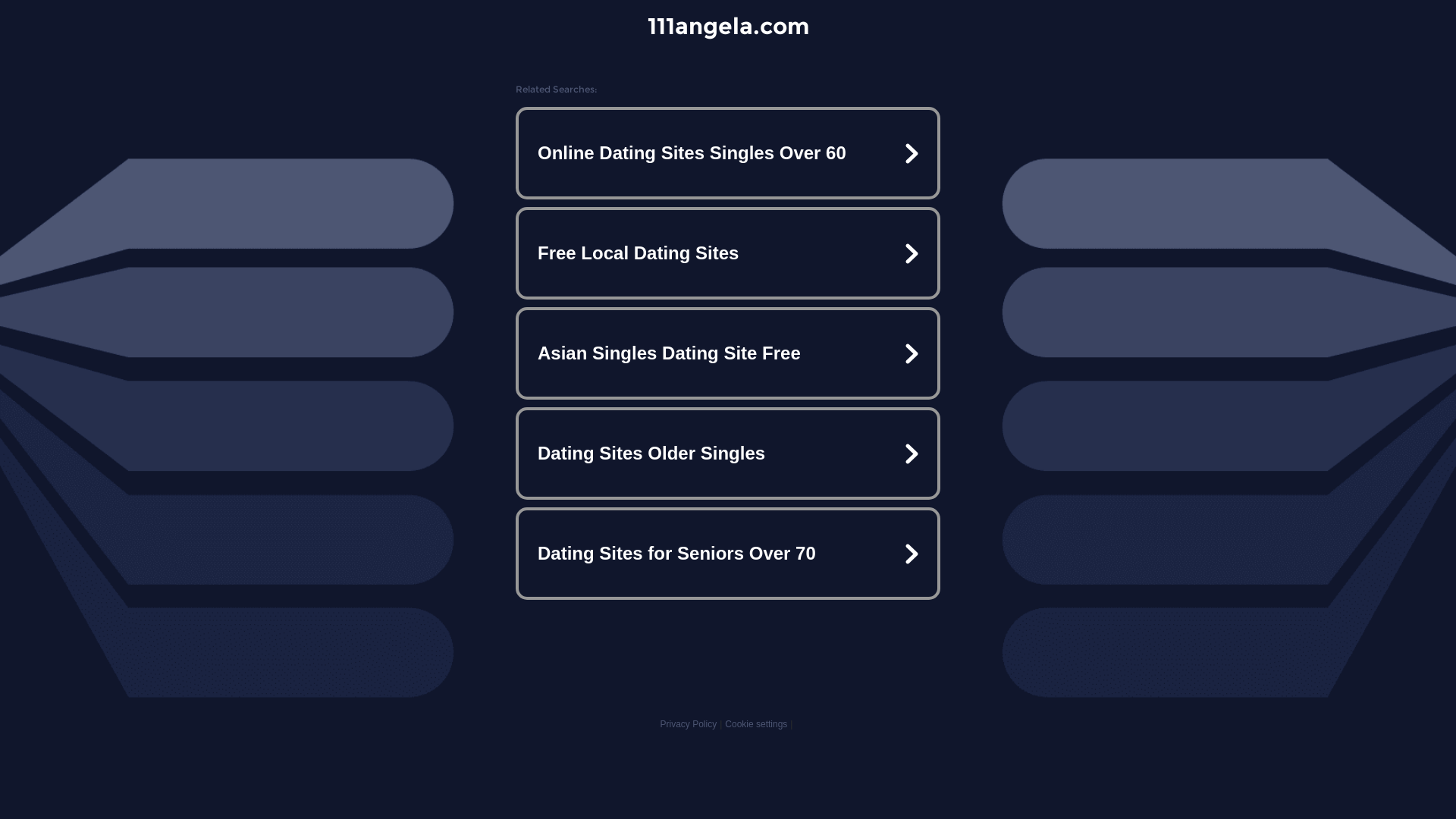  Describe the element at coordinates (728, 26) in the screenshot. I see `'111angela.com'` at that location.